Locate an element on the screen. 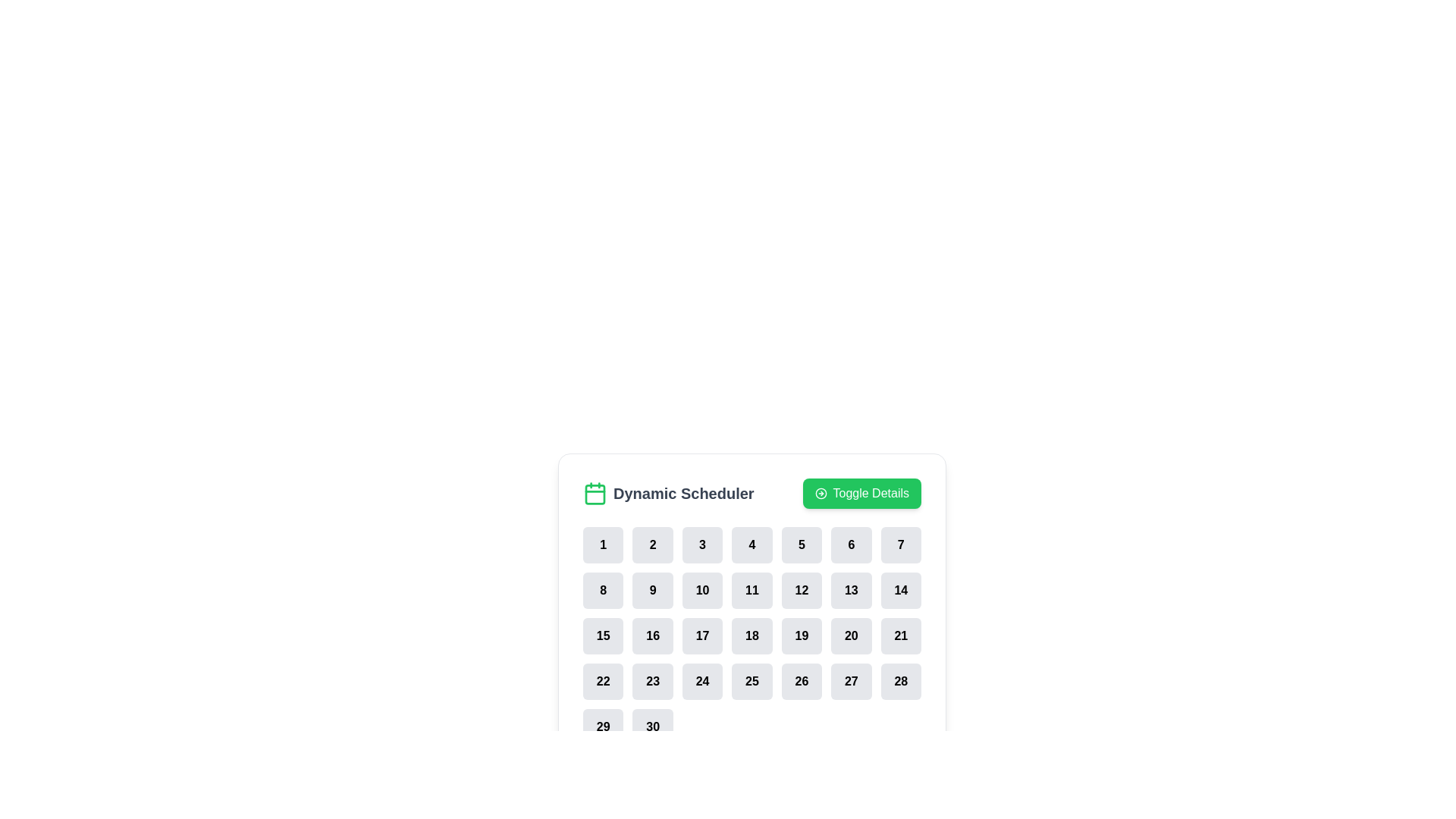 The width and height of the screenshot is (1456, 819). the rectangular button with rounded corners labeled '30' in the bottom row of the 'Dynamic Scheduler' grid is located at coordinates (652, 726).